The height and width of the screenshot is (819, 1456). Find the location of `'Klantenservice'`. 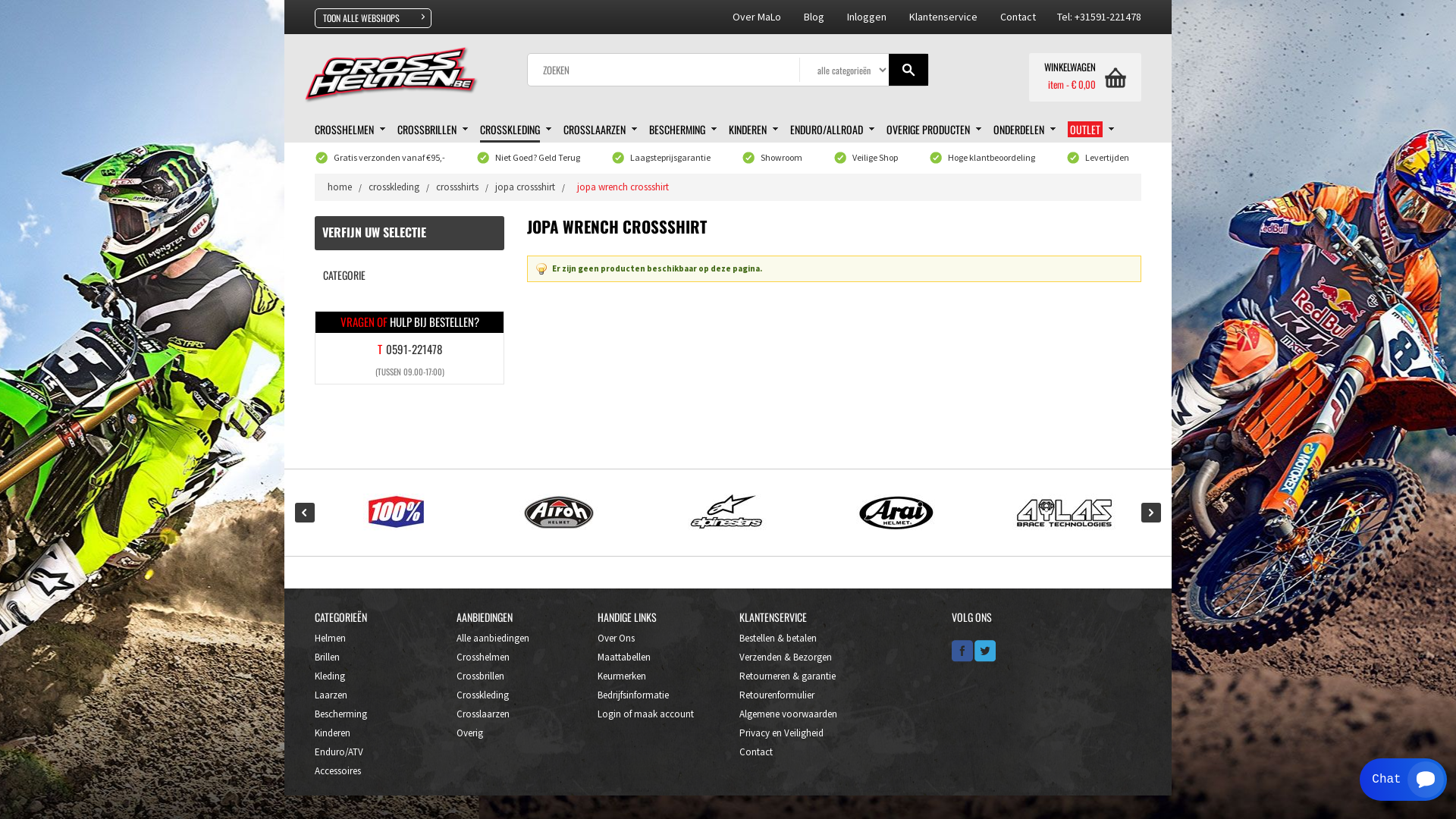

'Klantenservice' is located at coordinates (942, 17).